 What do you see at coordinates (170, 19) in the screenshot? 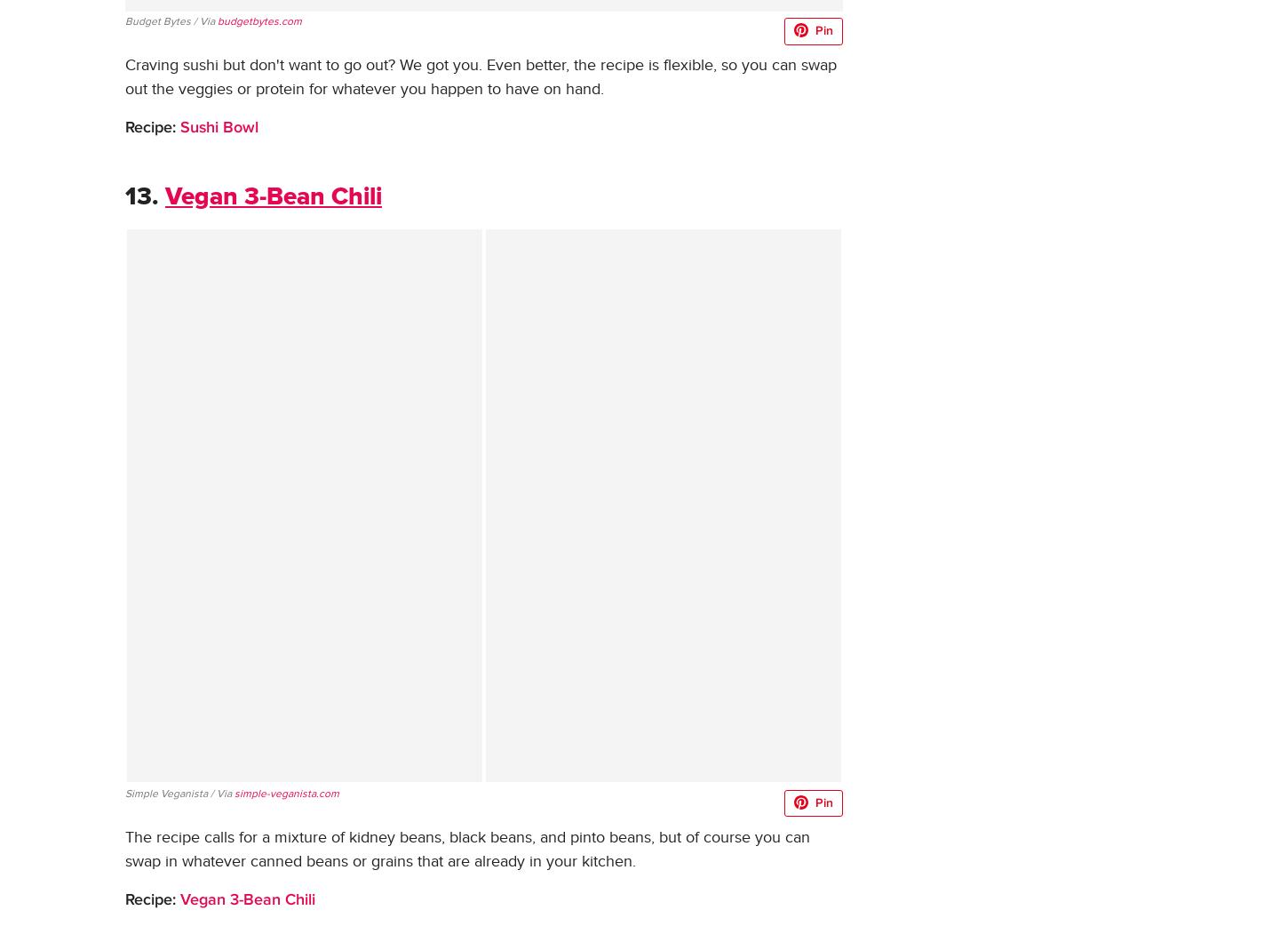
I see `'Budget Bytes / Via'` at bounding box center [170, 19].